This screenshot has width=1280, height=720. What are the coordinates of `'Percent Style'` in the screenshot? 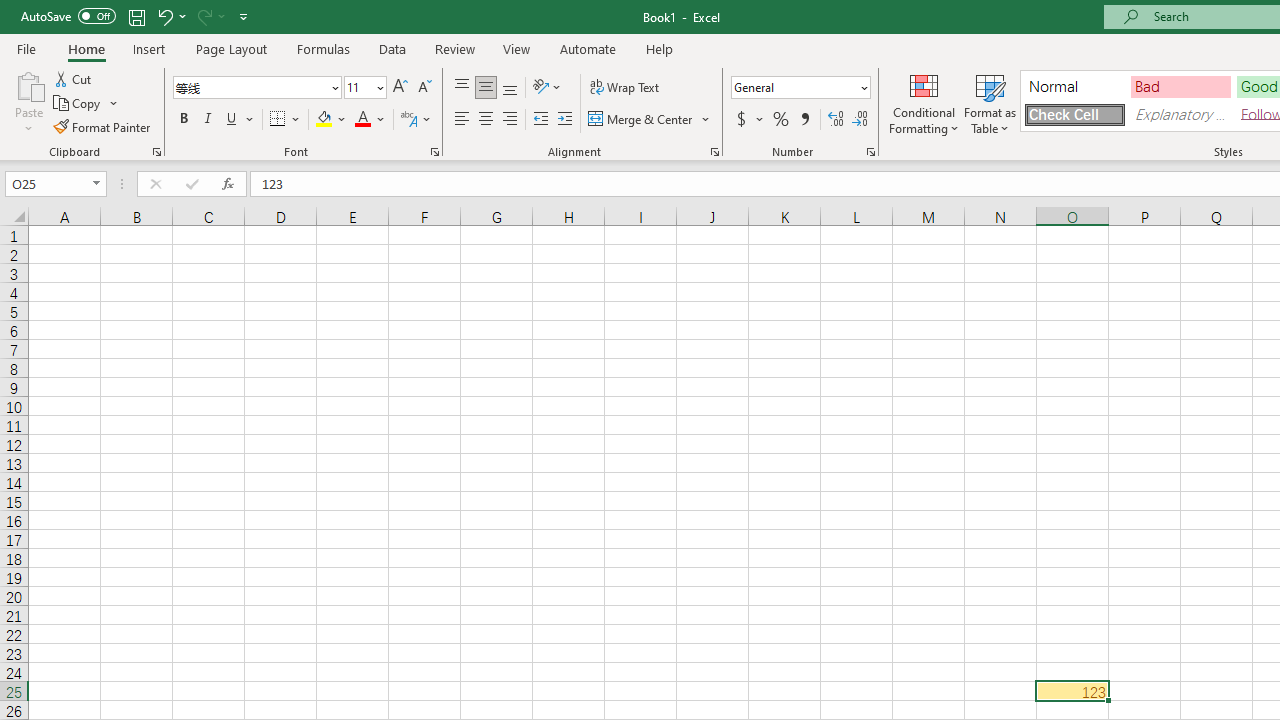 It's located at (780, 119).